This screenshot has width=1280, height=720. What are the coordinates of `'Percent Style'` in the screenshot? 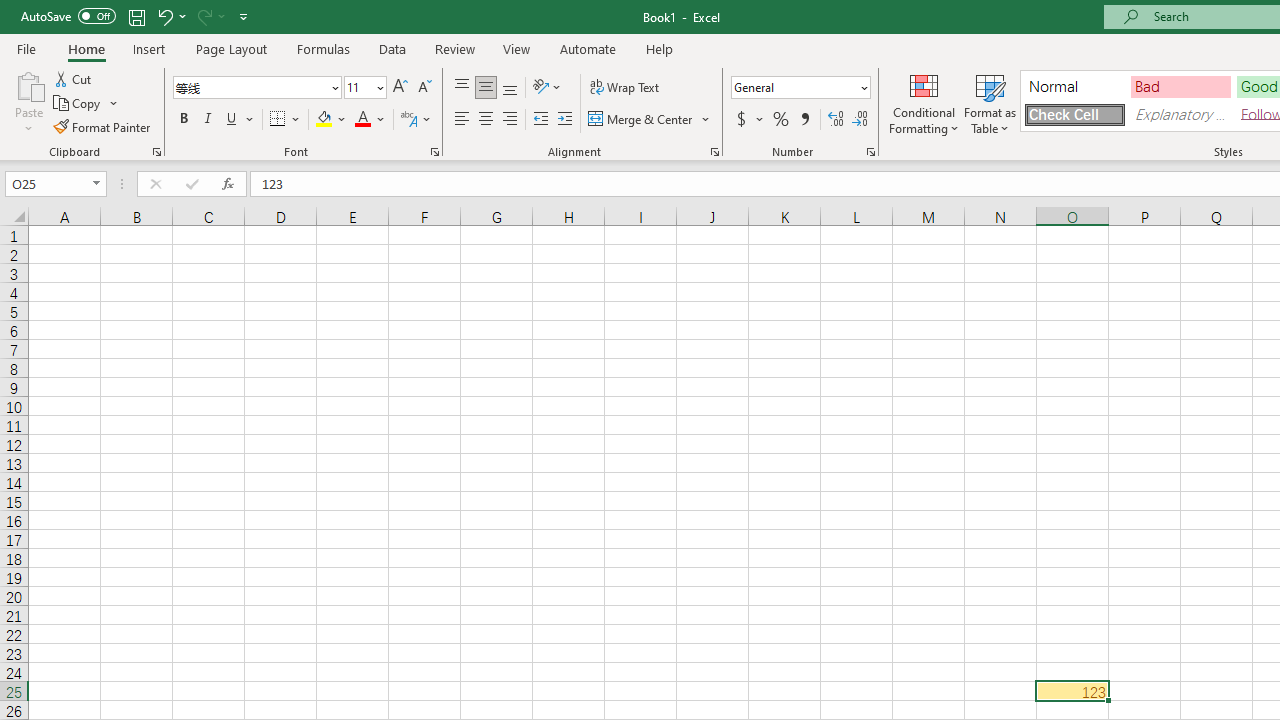 It's located at (780, 119).